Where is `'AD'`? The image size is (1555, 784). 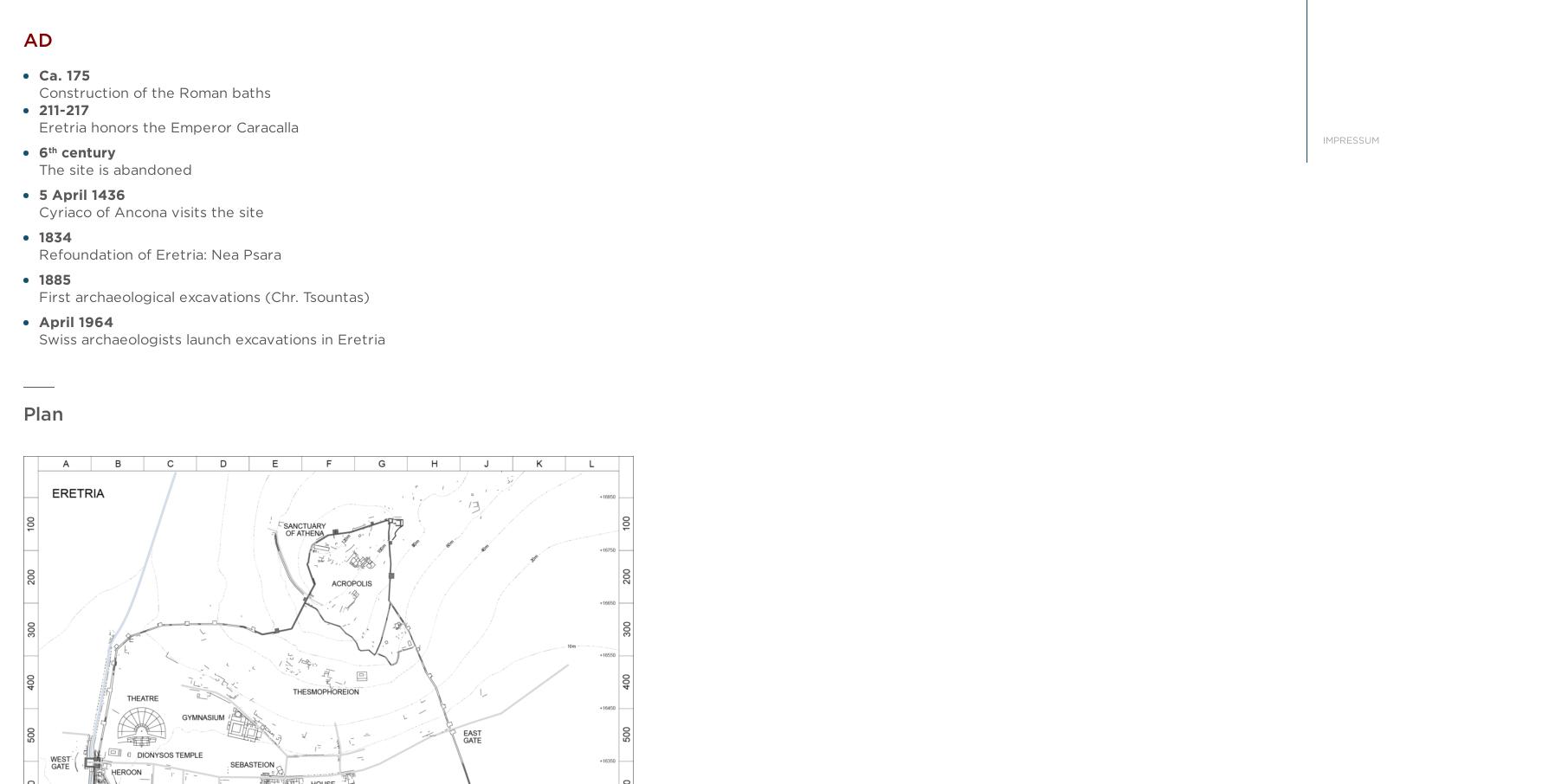
'AD' is located at coordinates (37, 40).